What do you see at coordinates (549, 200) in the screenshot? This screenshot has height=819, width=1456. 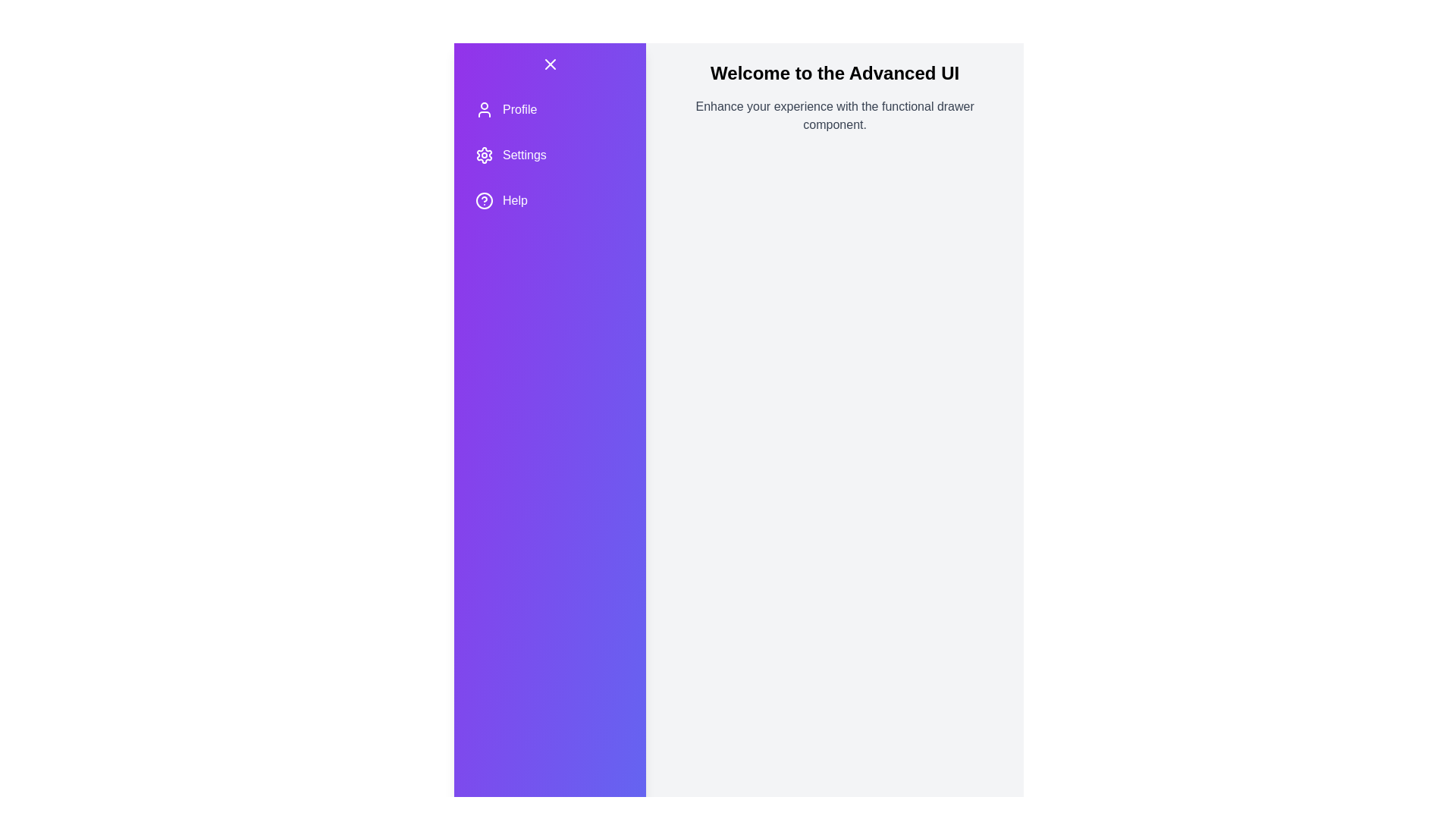 I see `the menu item Help by clicking on it` at bounding box center [549, 200].